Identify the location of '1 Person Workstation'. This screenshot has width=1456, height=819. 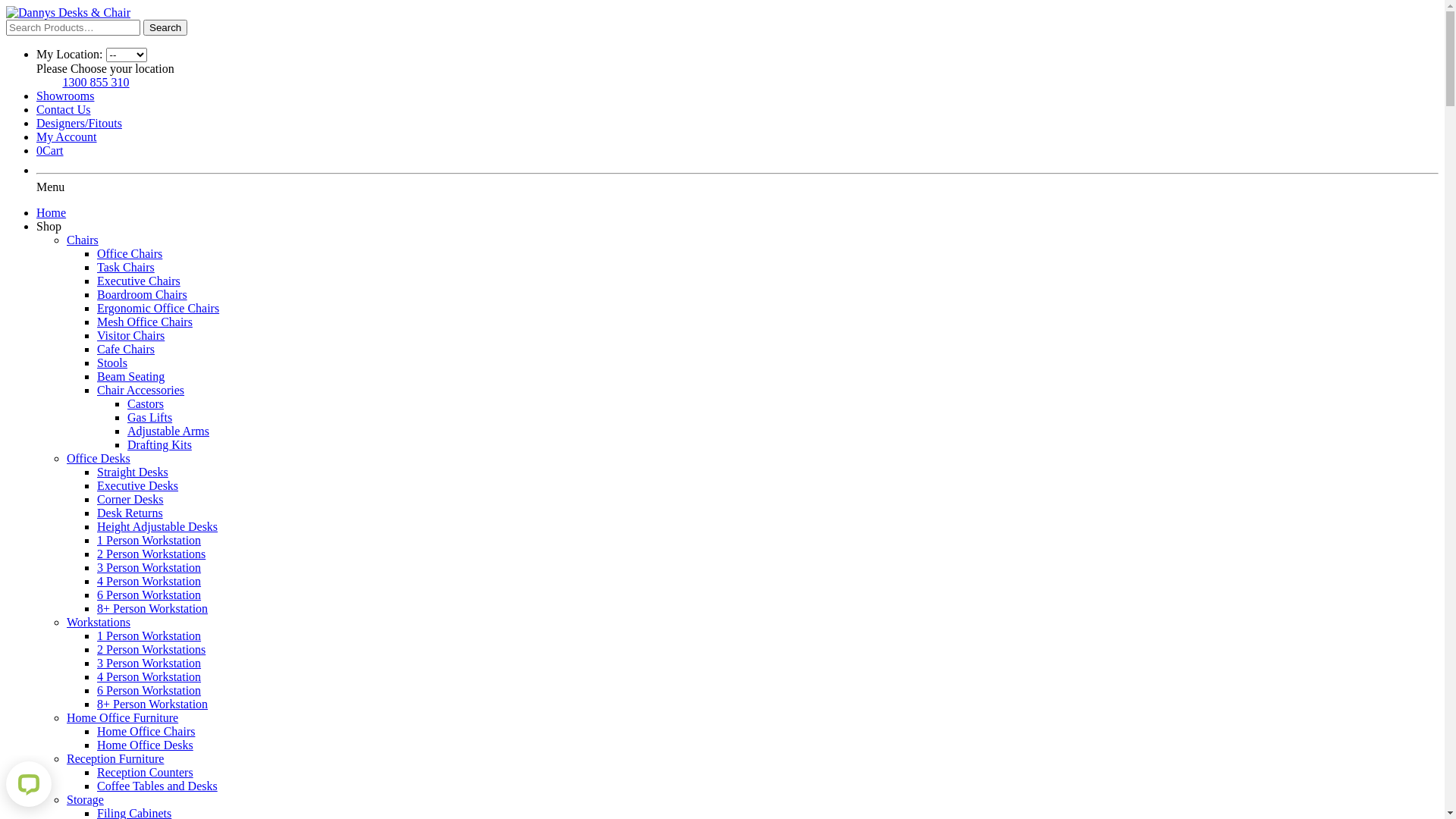
(149, 635).